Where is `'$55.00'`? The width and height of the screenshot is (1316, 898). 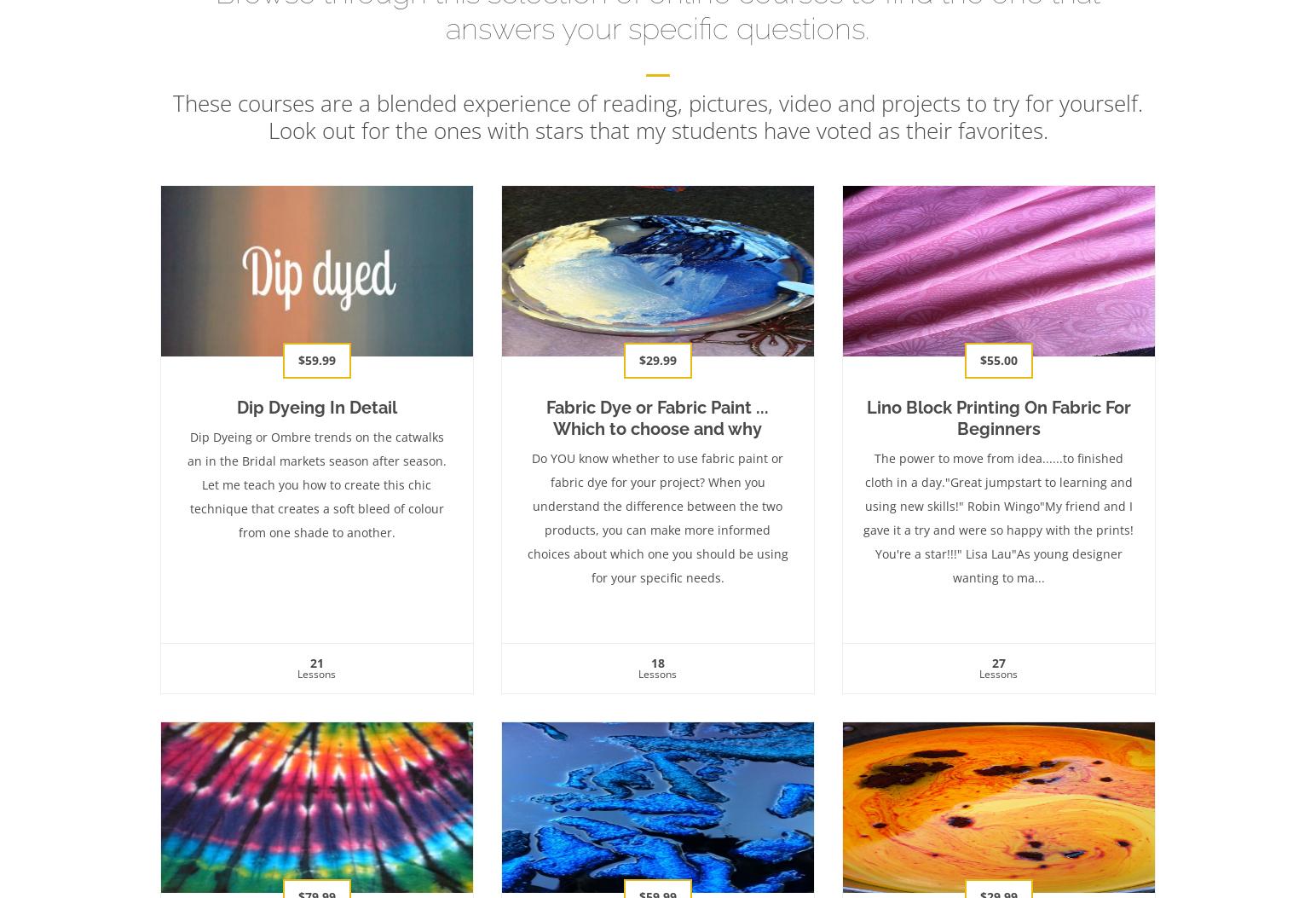
'$55.00' is located at coordinates (979, 359).